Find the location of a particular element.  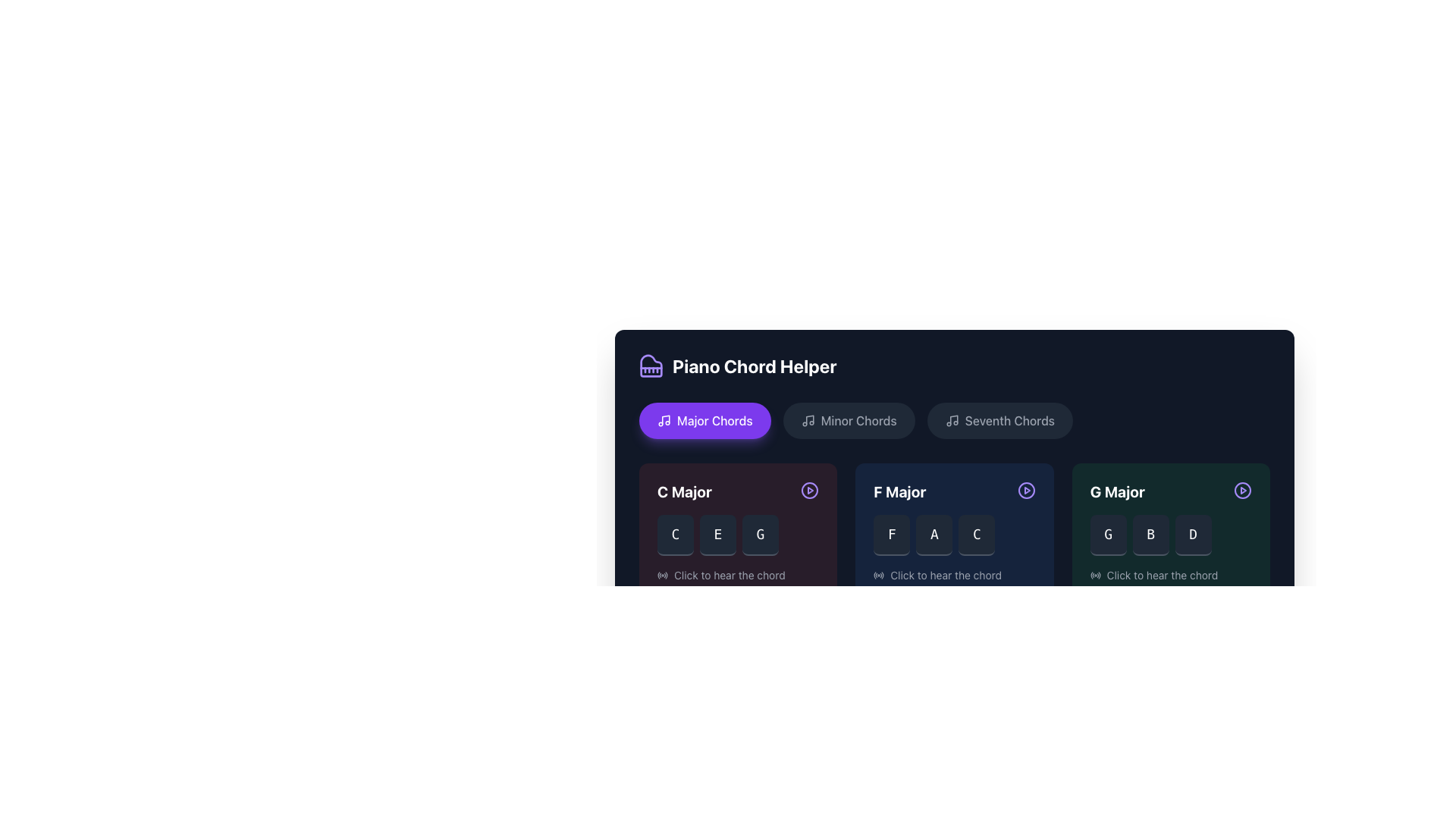

the interactive text element that allows users to play the 'C Major' chord, located below the letters 'C', 'E', and 'G' is located at coordinates (738, 576).